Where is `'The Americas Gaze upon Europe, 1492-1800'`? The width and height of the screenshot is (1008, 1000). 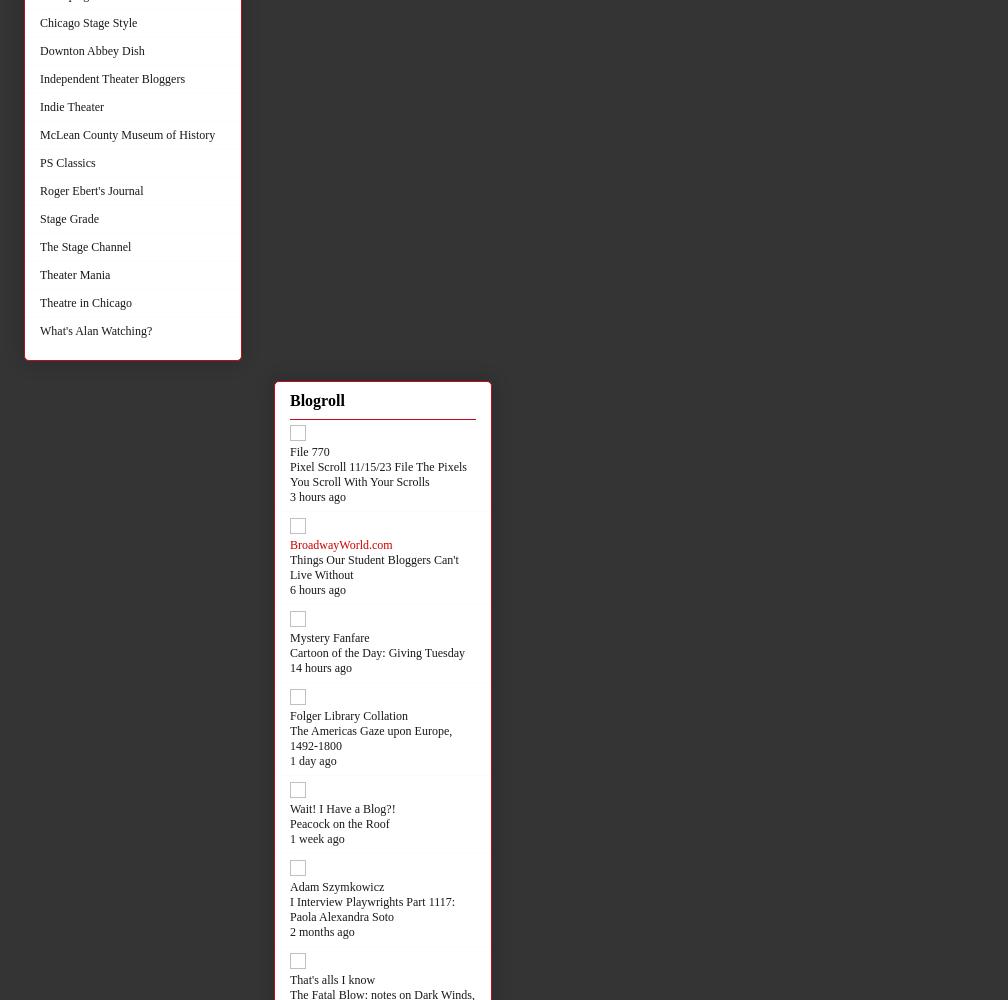
'The Americas Gaze upon Europe, 1492-1800' is located at coordinates (371, 736).